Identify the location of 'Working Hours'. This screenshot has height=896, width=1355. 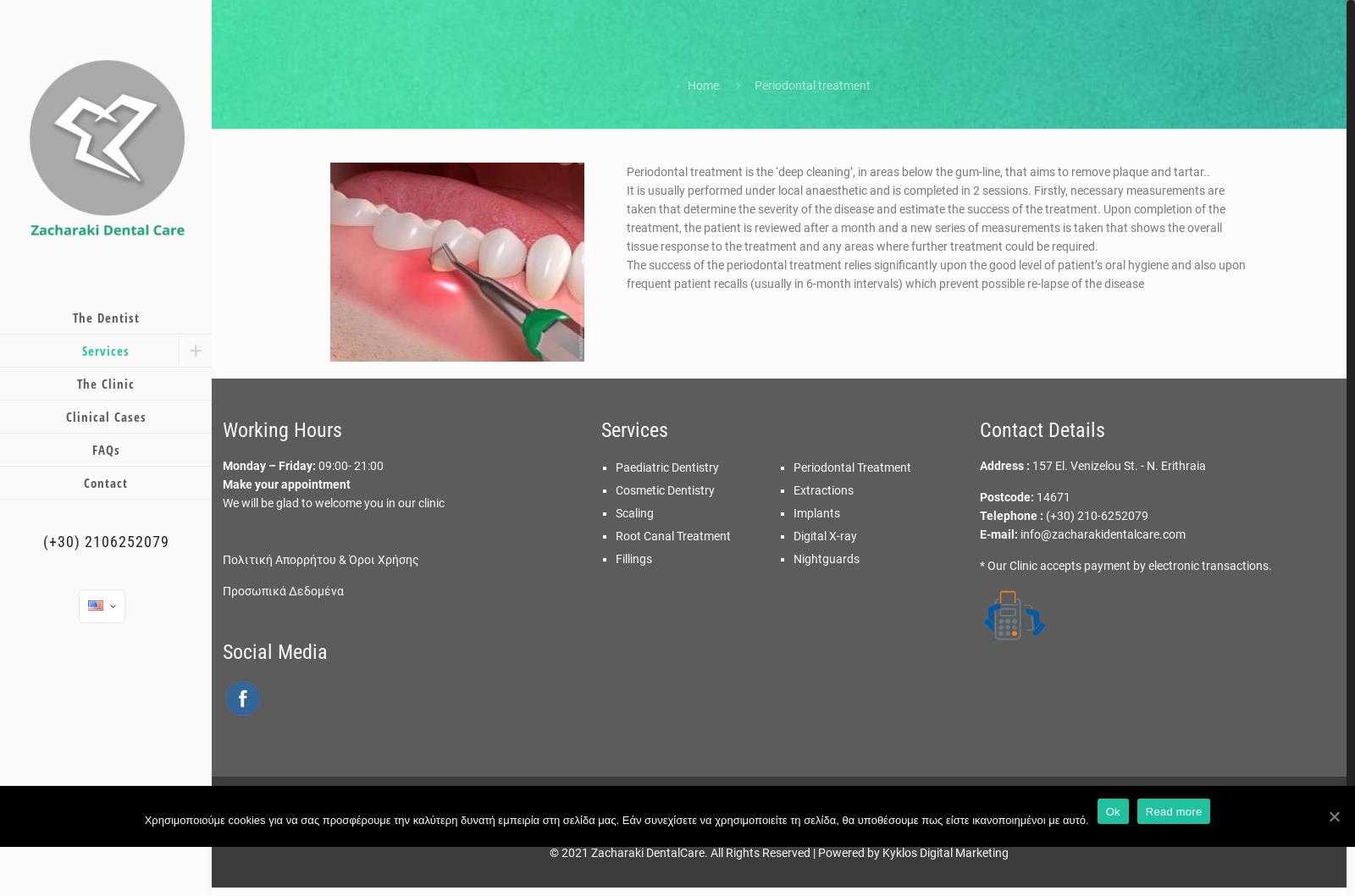
(282, 429).